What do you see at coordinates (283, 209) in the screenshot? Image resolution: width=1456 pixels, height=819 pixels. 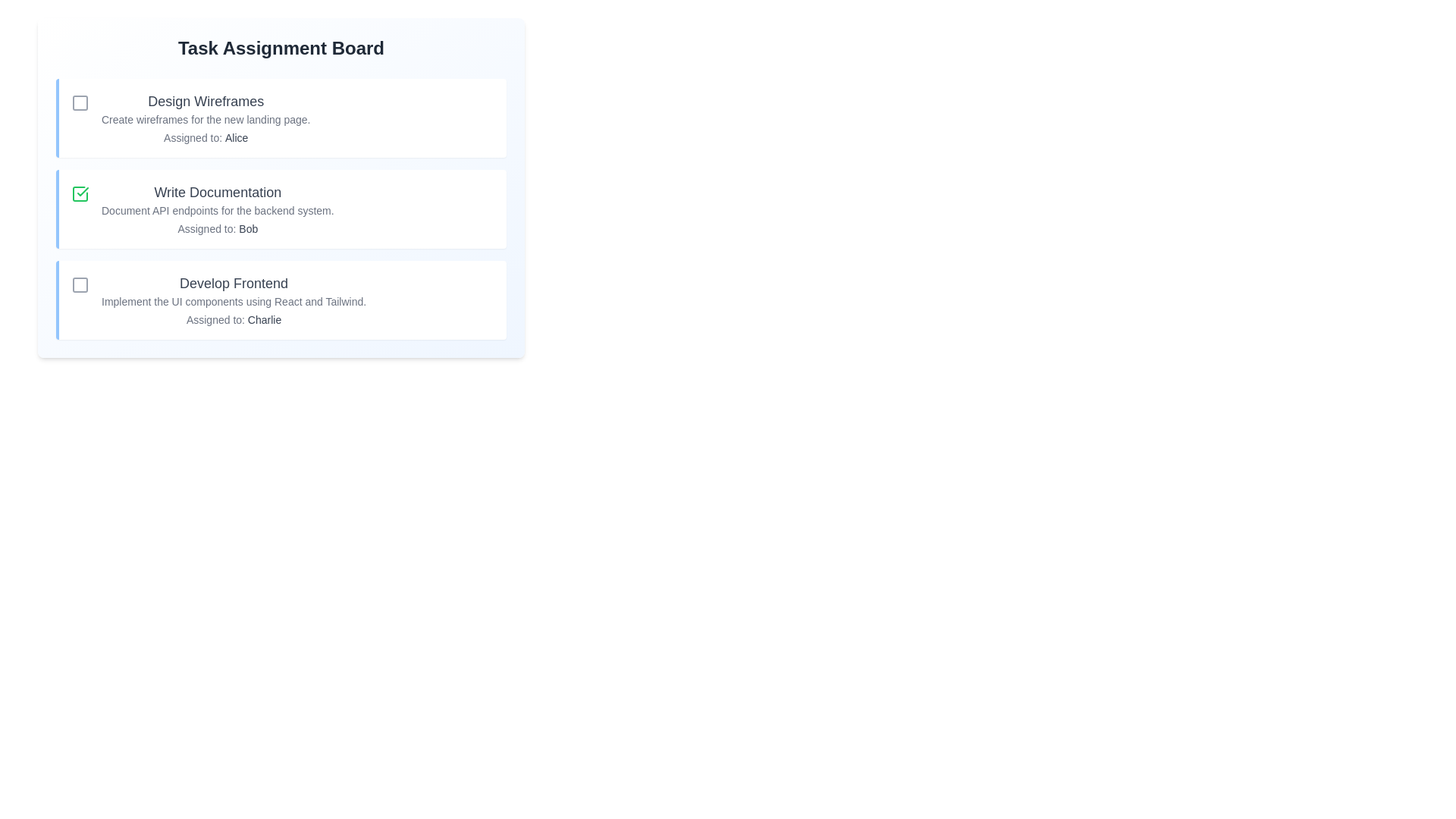 I see `the task item labeled 'Write Documentation', which includes a description and an assignment detail, positioned in the task board interface` at bounding box center [283, 209].